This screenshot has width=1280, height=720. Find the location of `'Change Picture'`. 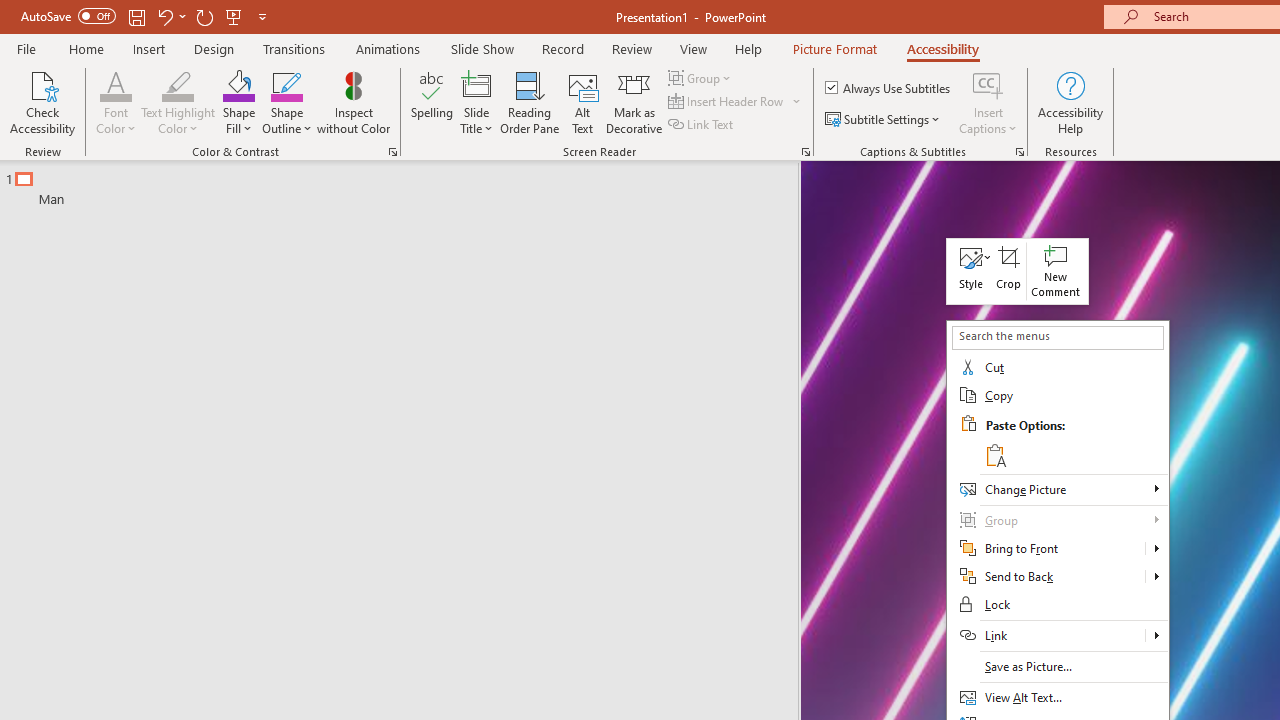

'Change Picture' is located at coordinates (1056, 489).